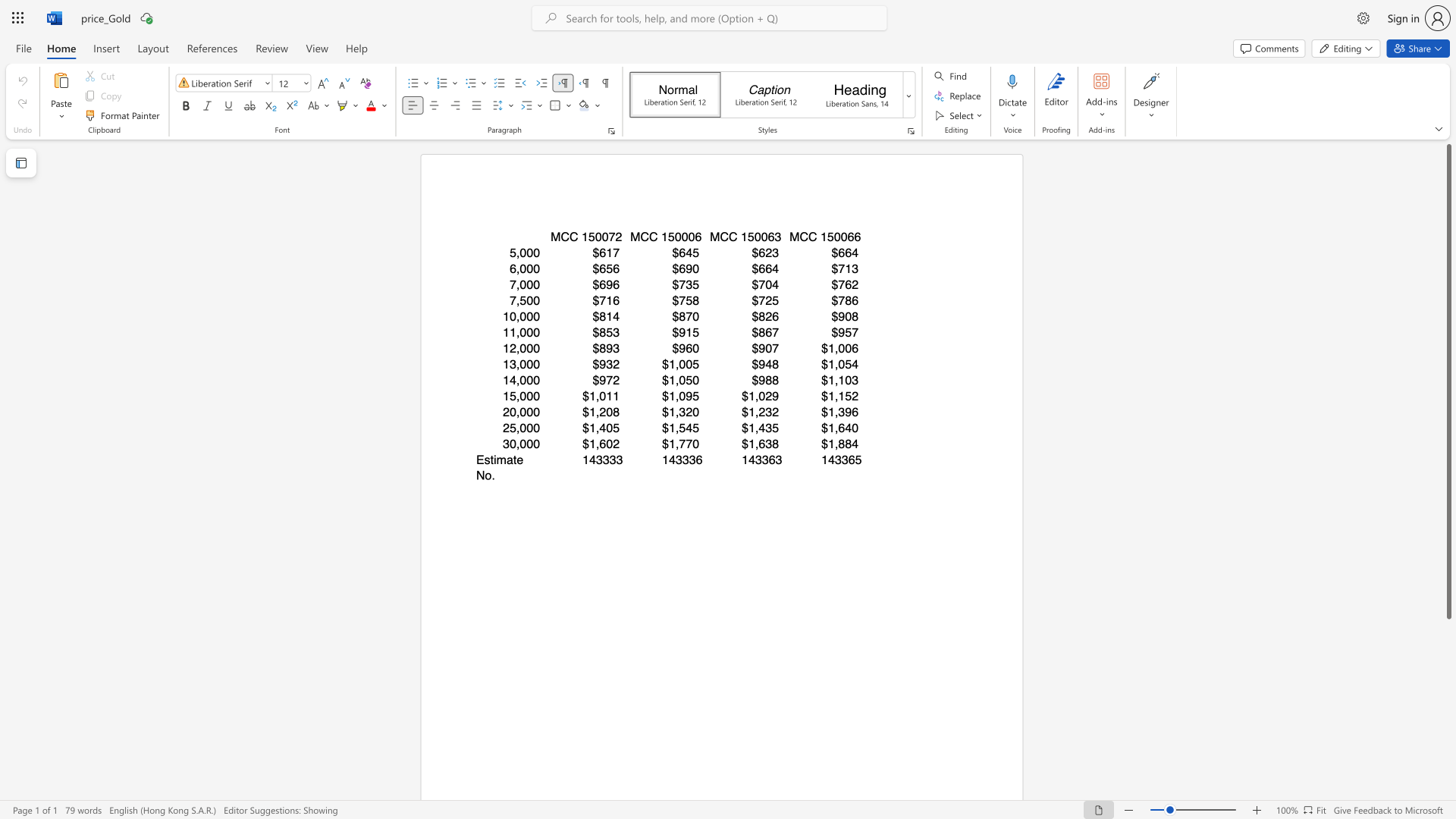 The height and width of the screenshot is (819, 1456). What do you see at coordinates (1448, 773) in the screenshot?
I see `the scrollbar on the right` at bounding box center [1448, 773].